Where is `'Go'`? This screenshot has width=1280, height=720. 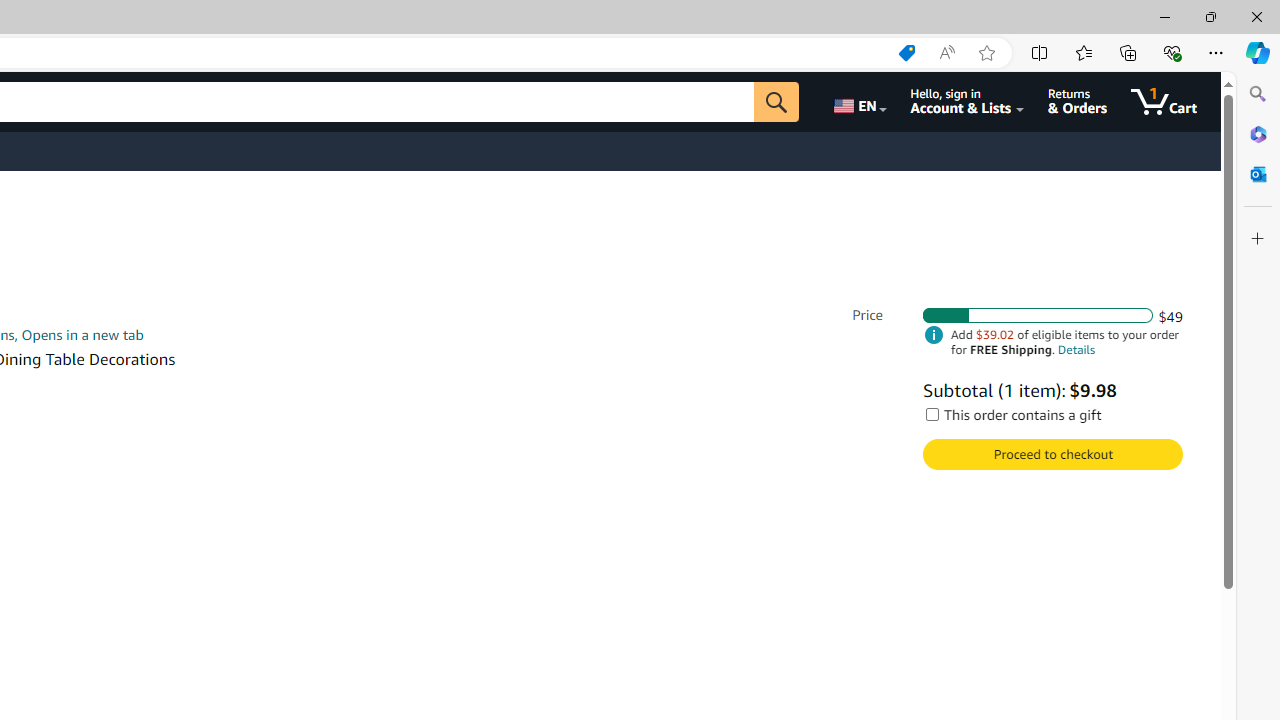
'Go' is located at coordinates (775, 101).